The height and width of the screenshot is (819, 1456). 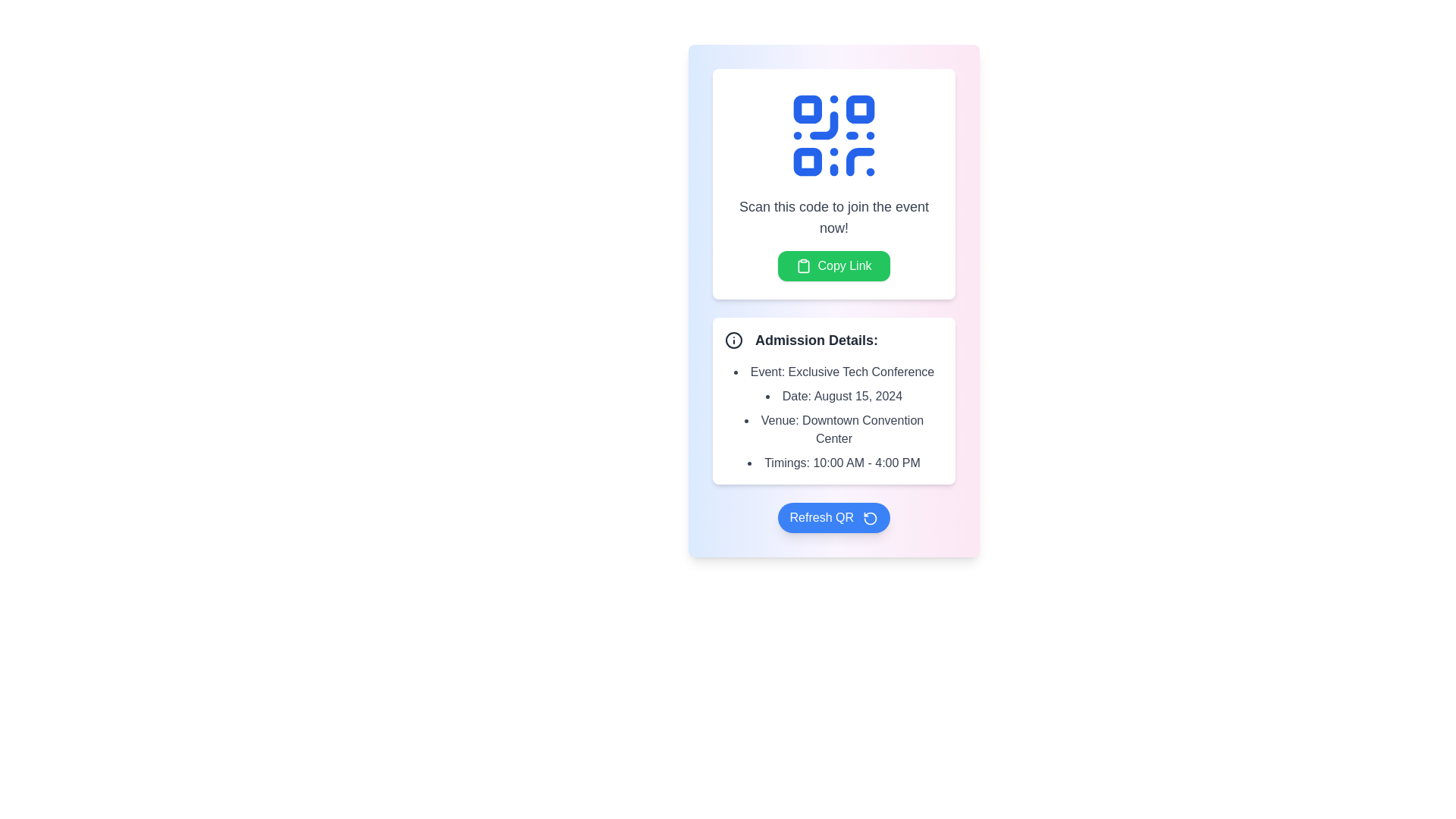 What do you see at coordinates (833, 516) in the screenshot?
I see `the refresh button at the bottom center of the event details card` at bounding box center [833, 516].